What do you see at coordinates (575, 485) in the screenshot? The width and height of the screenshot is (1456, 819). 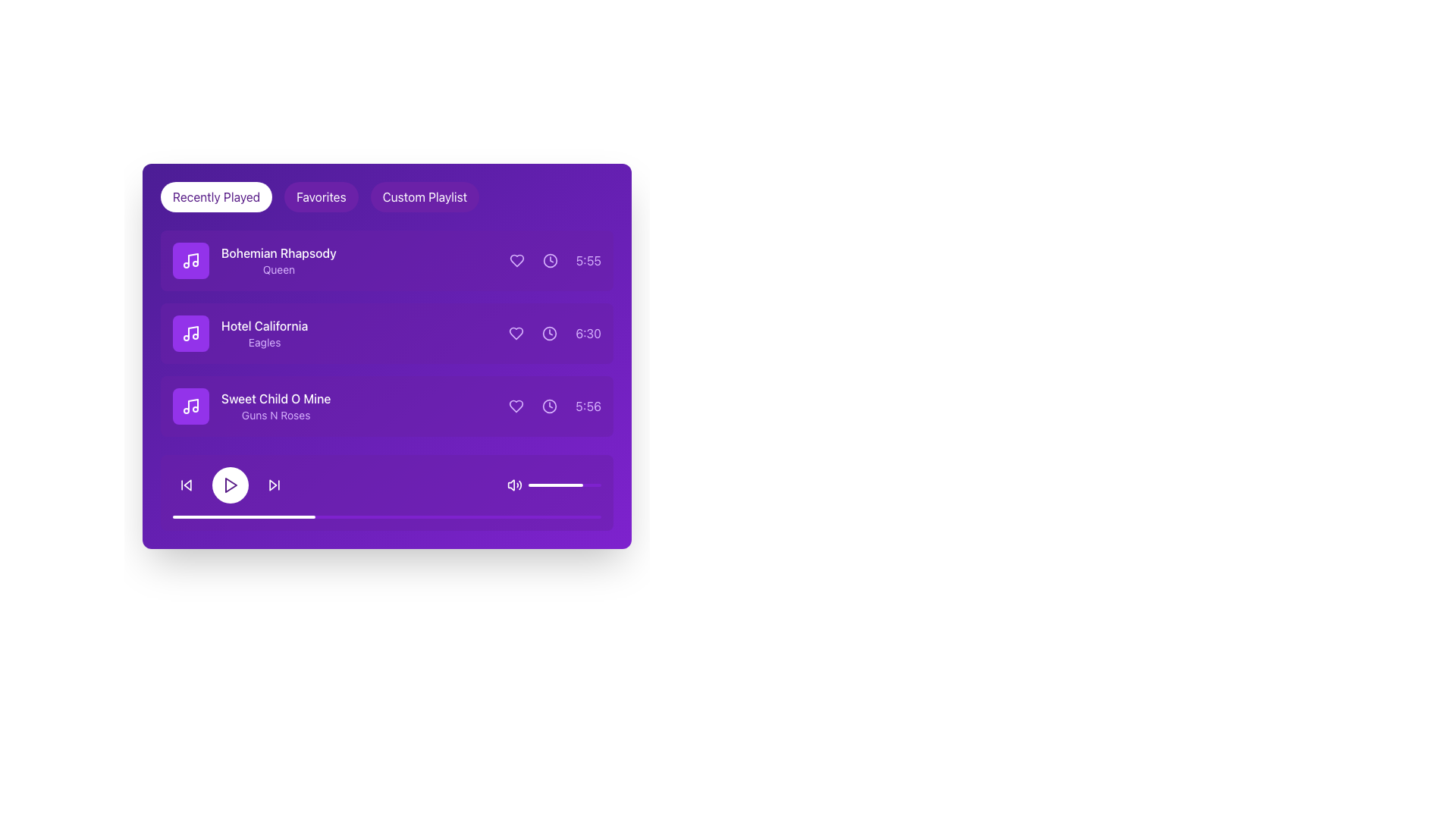 I see `the volume level` at bounding box center [575, 485].